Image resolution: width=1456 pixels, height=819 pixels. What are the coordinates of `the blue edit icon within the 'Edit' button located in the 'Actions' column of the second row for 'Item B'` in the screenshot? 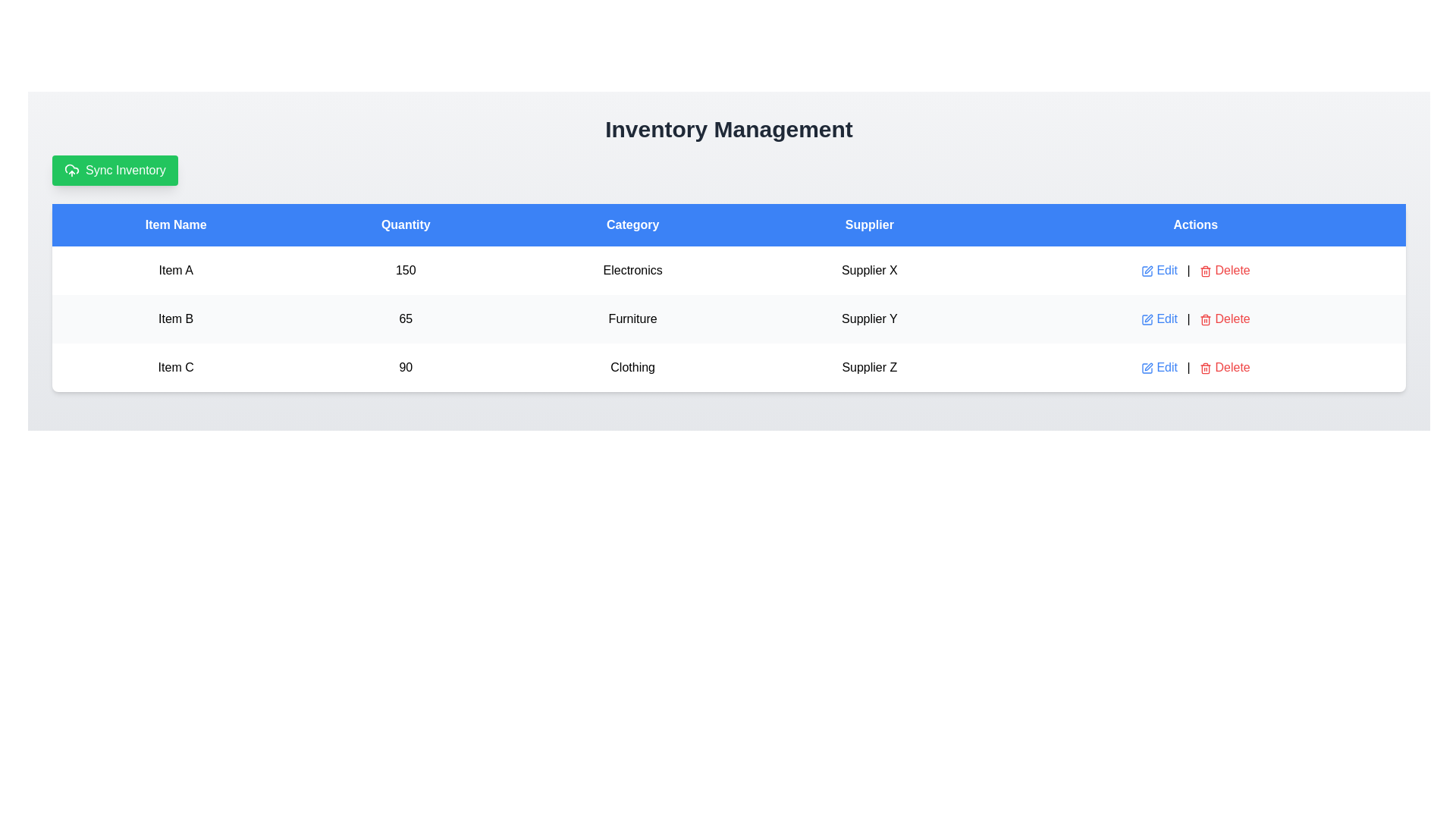 It's located at (1147, 318).